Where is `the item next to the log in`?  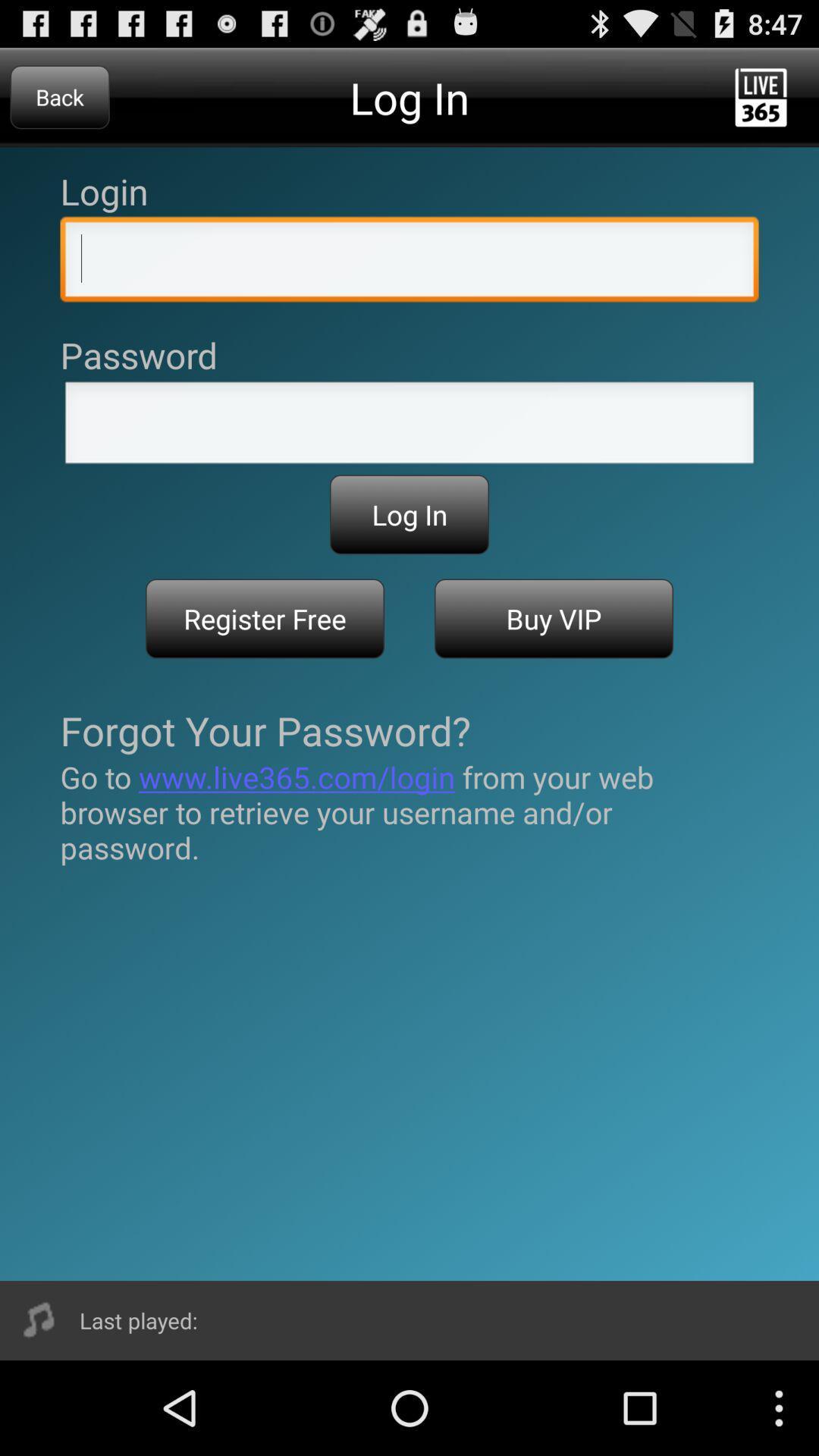 the item next to the log in is located at coordinates (59, 96).